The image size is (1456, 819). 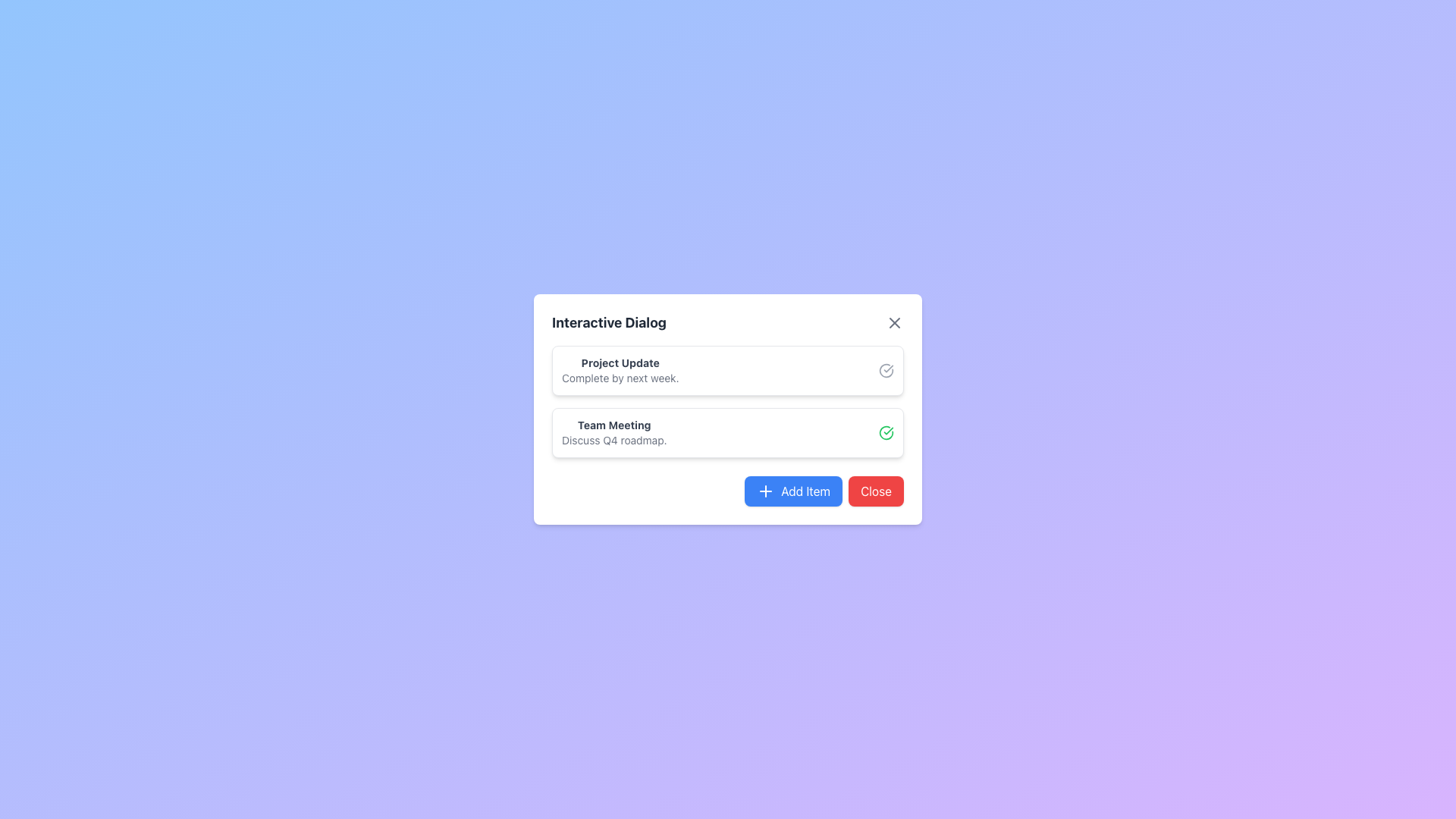 What do you see at coordinates (886, 432) in the screenshot?
I see `the SVG Icon (Completion Indicator) which is a circular icon with a green checkmark inside, located at the top-right corner of the 'Team Meeting' card in the dialog box` at bounding box center [886, 432].